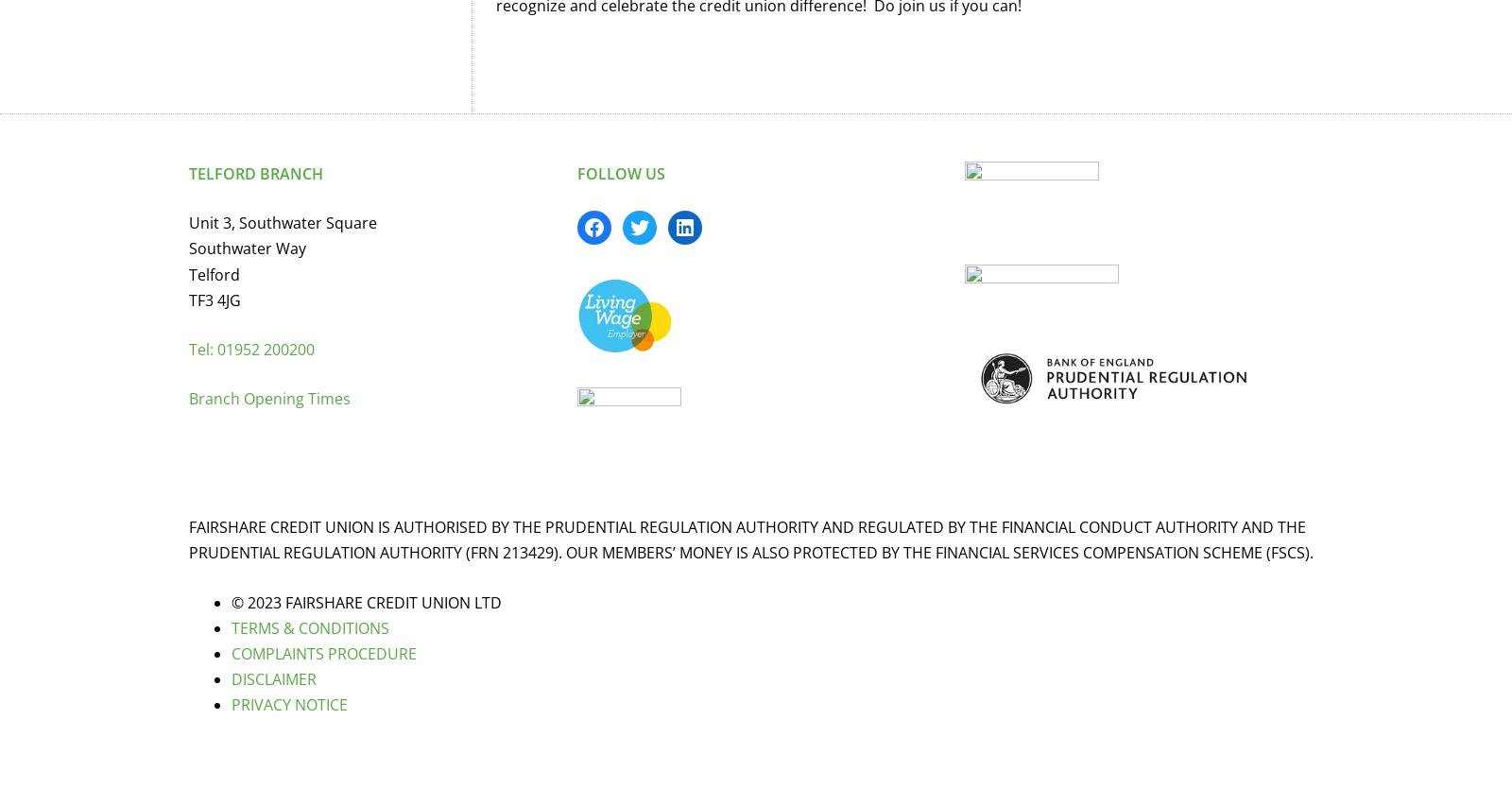 The image size is (1512, 788). I want to click on 'TERMS & CONDITIONS', so click(310, 626).